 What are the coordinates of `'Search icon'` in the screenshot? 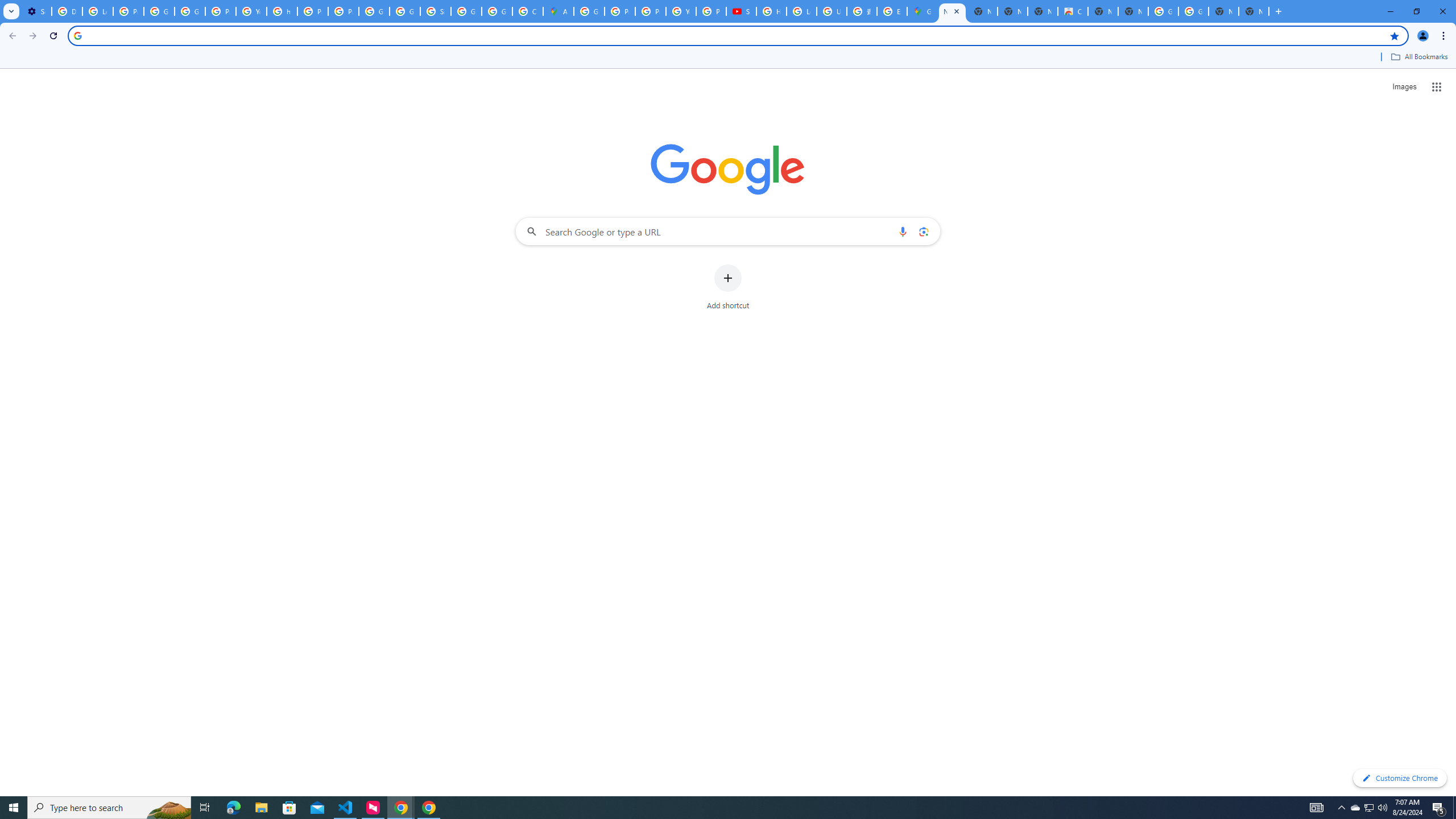 It's located at (77, 35).